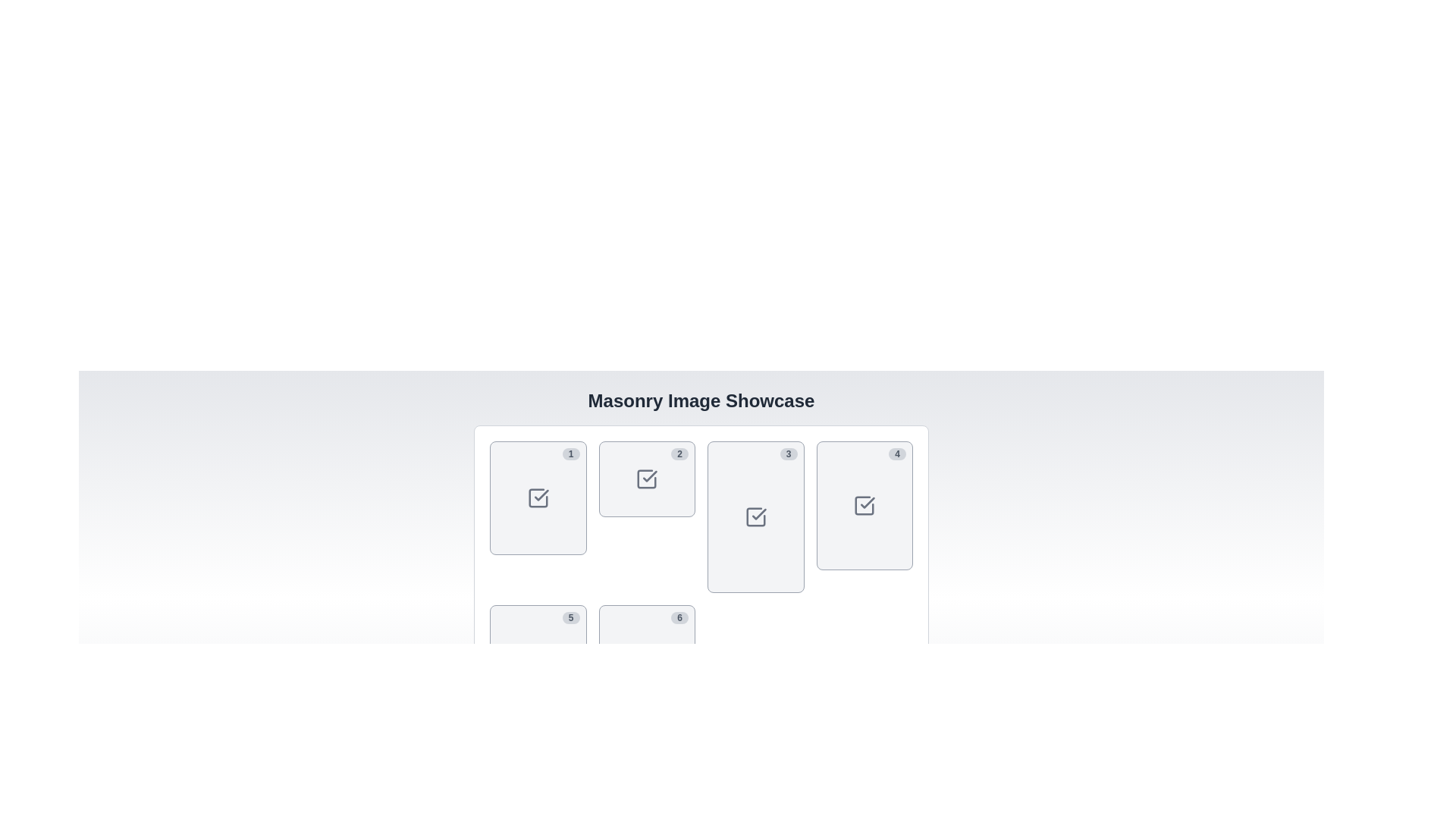 The image size is (1456, 819). I want to click on the text label displaying 'Masonry Image Showcase', which is styled in bold and larger than surrounding text, located at the top of the content area above a grid of images, so click(701, 400).